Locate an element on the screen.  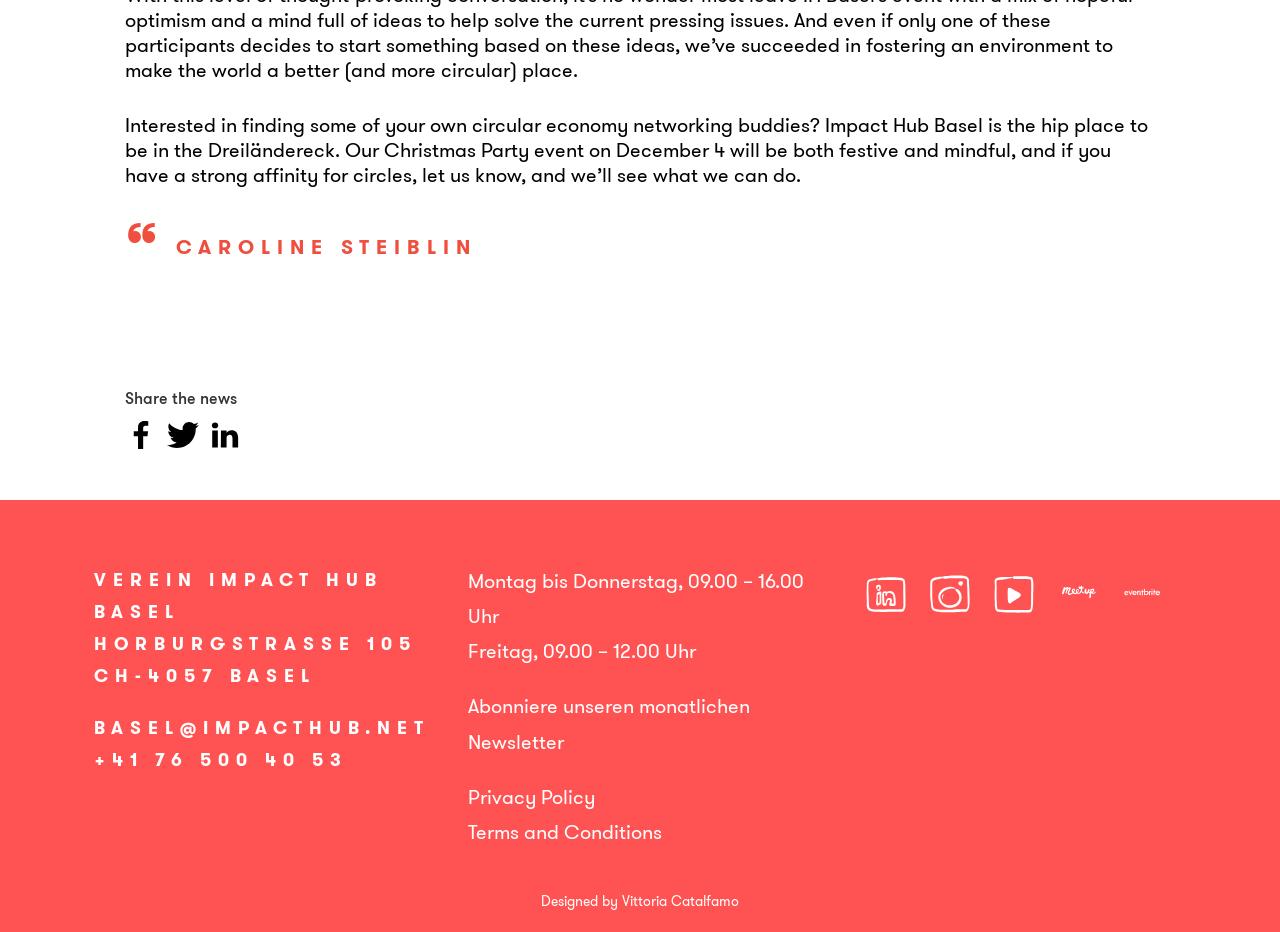
'+41 76 500 40 53' is located at coordinates (221, 759).